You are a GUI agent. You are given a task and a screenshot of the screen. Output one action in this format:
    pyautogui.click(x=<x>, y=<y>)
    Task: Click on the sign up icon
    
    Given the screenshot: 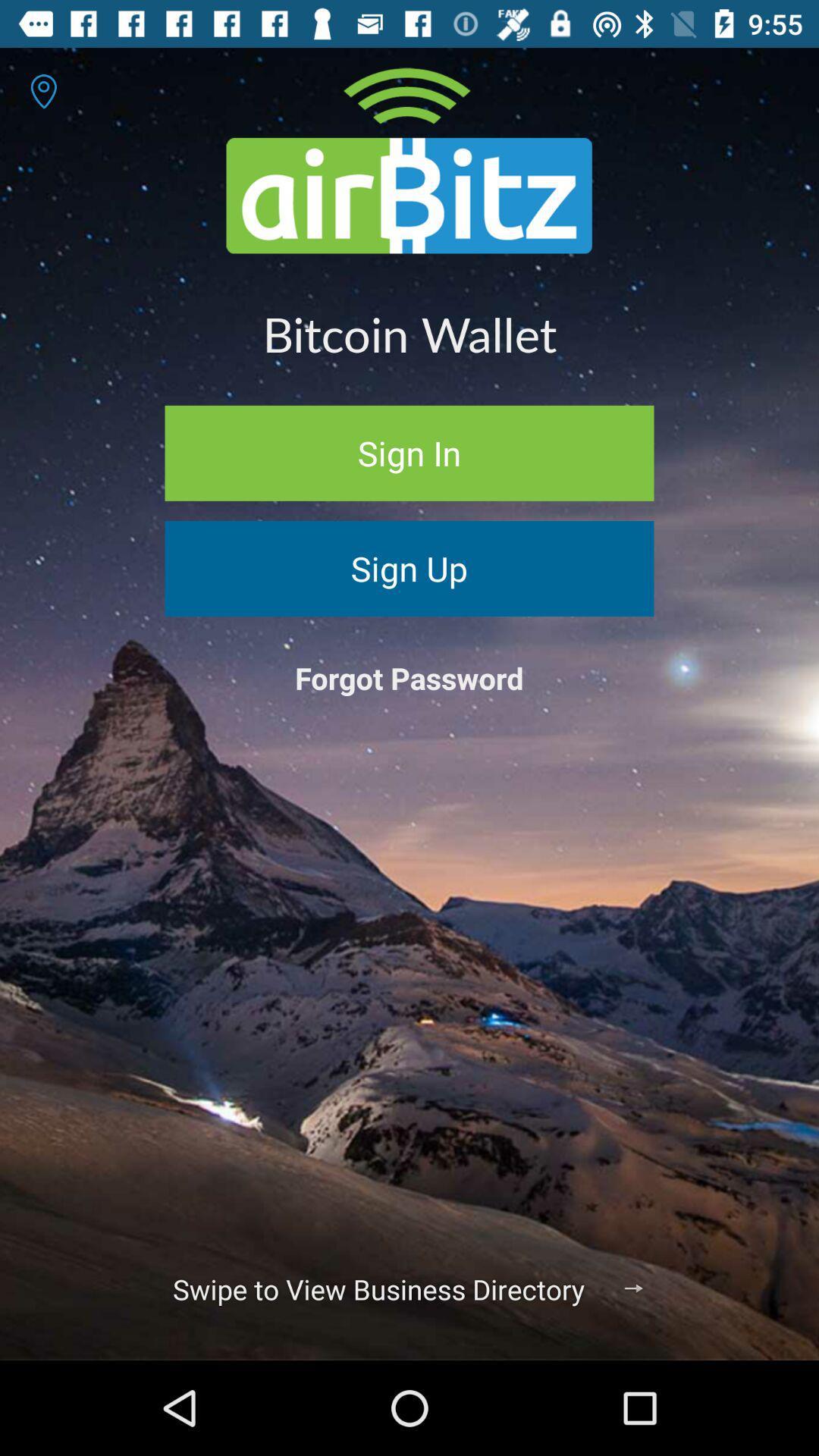 What is the action you would take?
    pyautogui.click(x=409, y=567)
    